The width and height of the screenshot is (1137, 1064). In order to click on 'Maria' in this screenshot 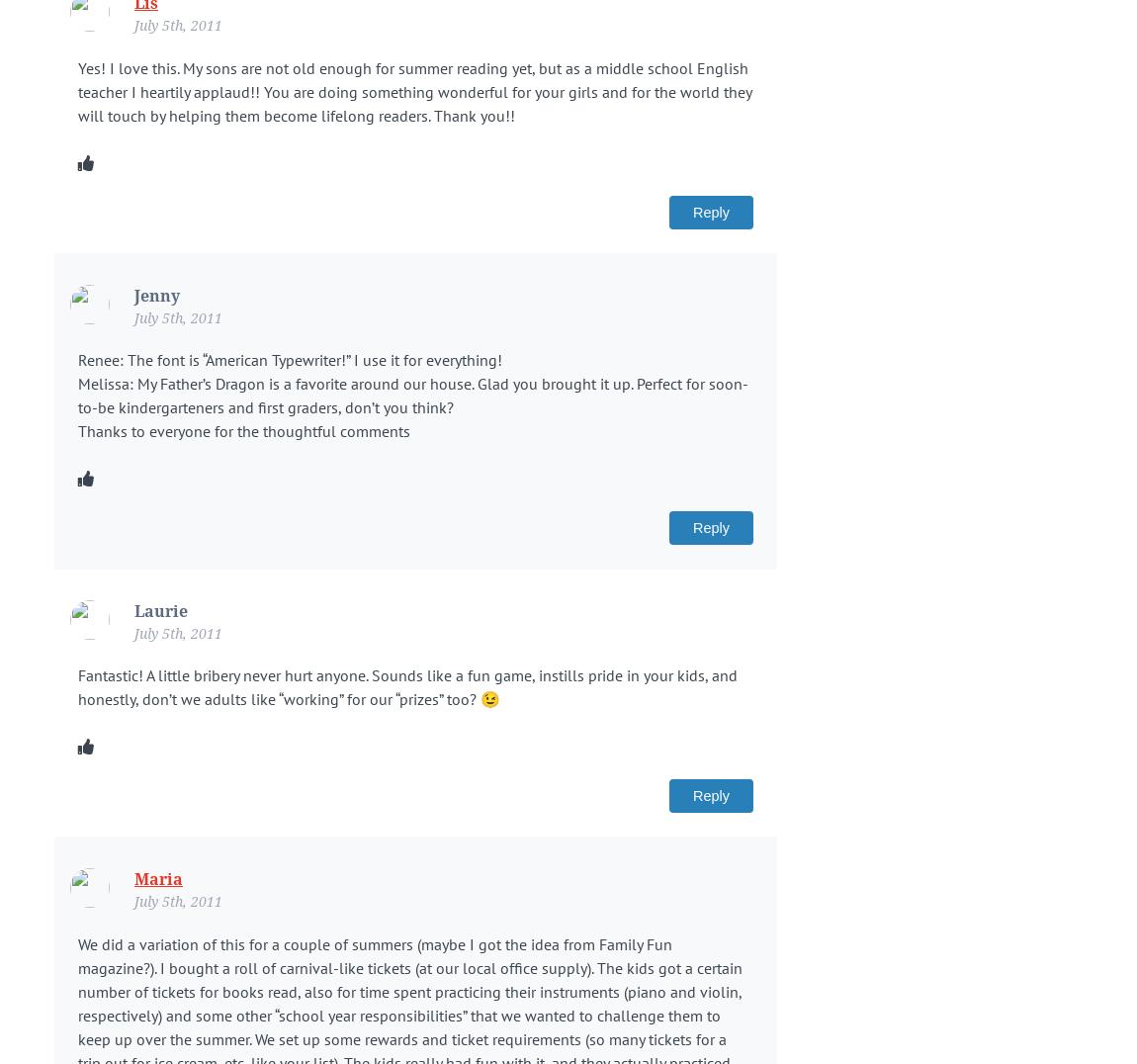, I will do `click(133, 879)`.